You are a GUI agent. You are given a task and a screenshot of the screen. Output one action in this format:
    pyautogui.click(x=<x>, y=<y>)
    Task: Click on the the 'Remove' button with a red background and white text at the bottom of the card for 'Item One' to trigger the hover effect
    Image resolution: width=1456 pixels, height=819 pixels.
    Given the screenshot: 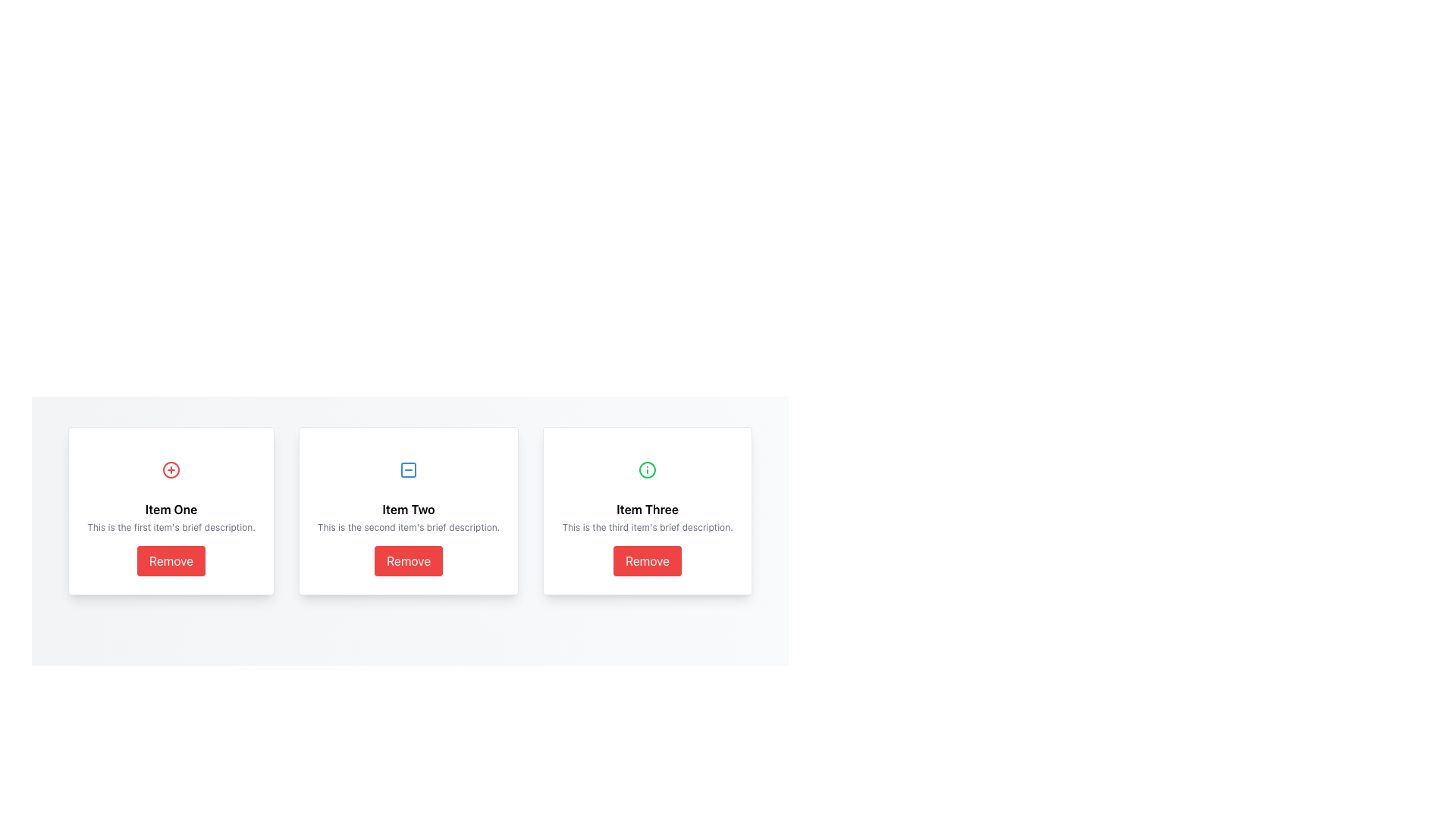 What is the action you would take?
    pyautogui.click(x=171, y=561)
    